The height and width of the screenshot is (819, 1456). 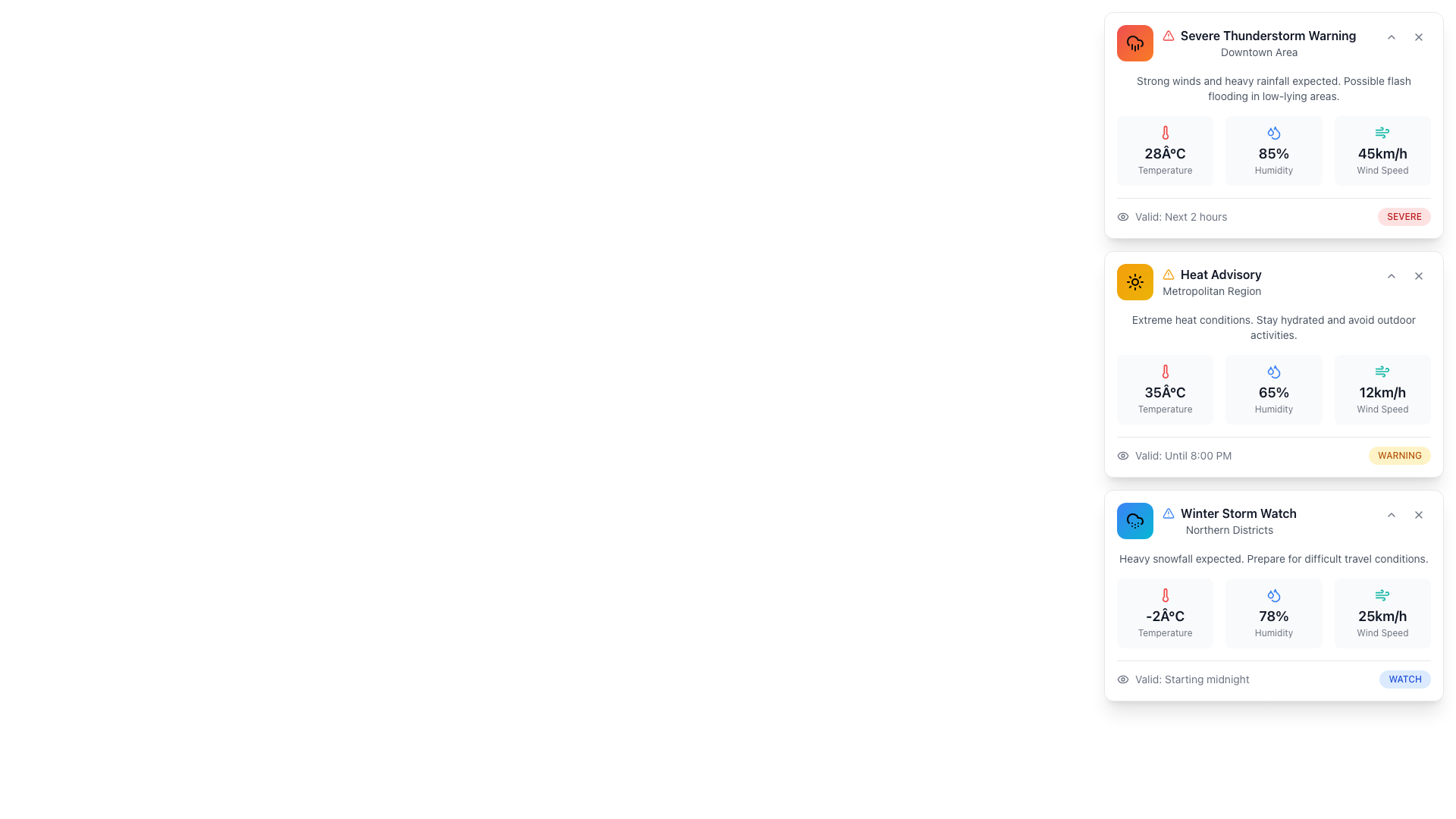 I want to click on the text element displaying the validity period of the current weather alert, located in the 'Severe Thunderstorm Warning' section above the 'SEVERE' label, so click(x=1171, y=216).